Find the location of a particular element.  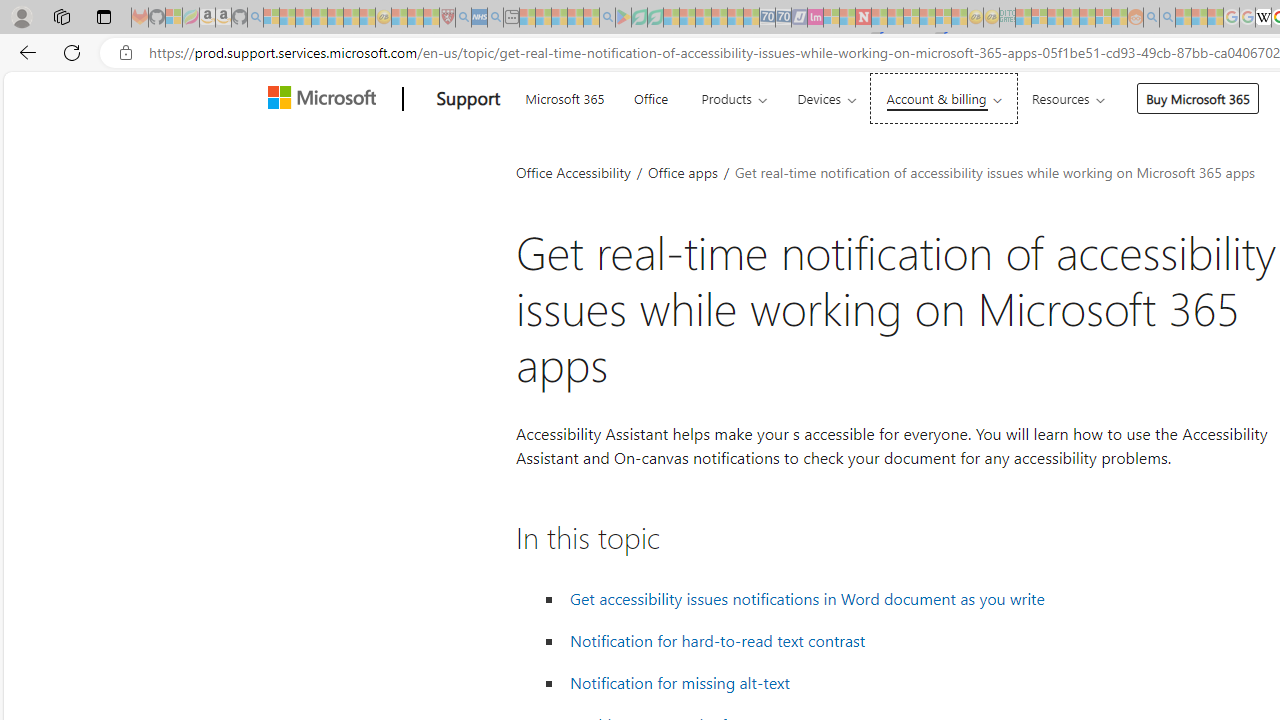

'Robert H. Shmerling, MD - Harvard Health - Sleeping' is located at coordinates (446, 17).